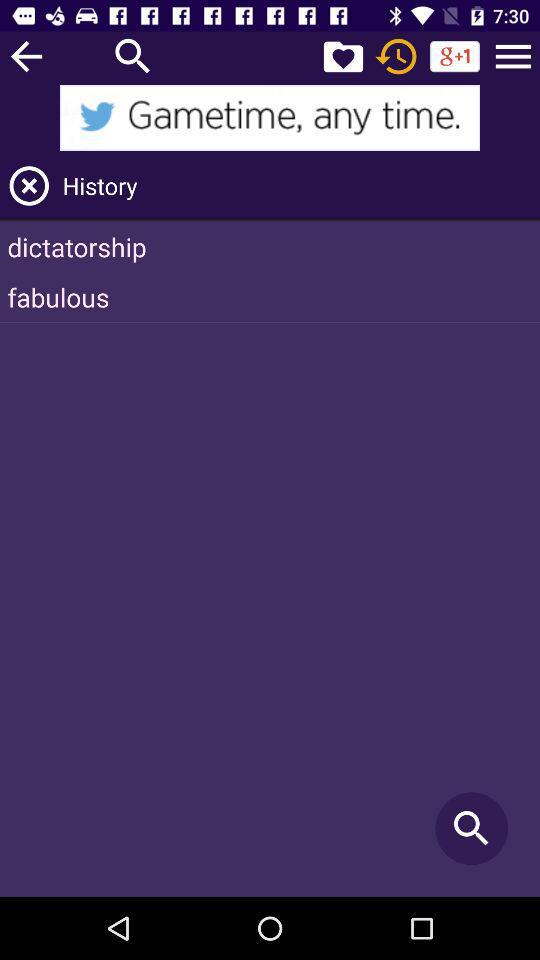 The width and height of the screenshot is (540, 960). What do you see at coordinates (342, 55) in the screenshot?
I see `see favorites` at bounding box center [342, 55].